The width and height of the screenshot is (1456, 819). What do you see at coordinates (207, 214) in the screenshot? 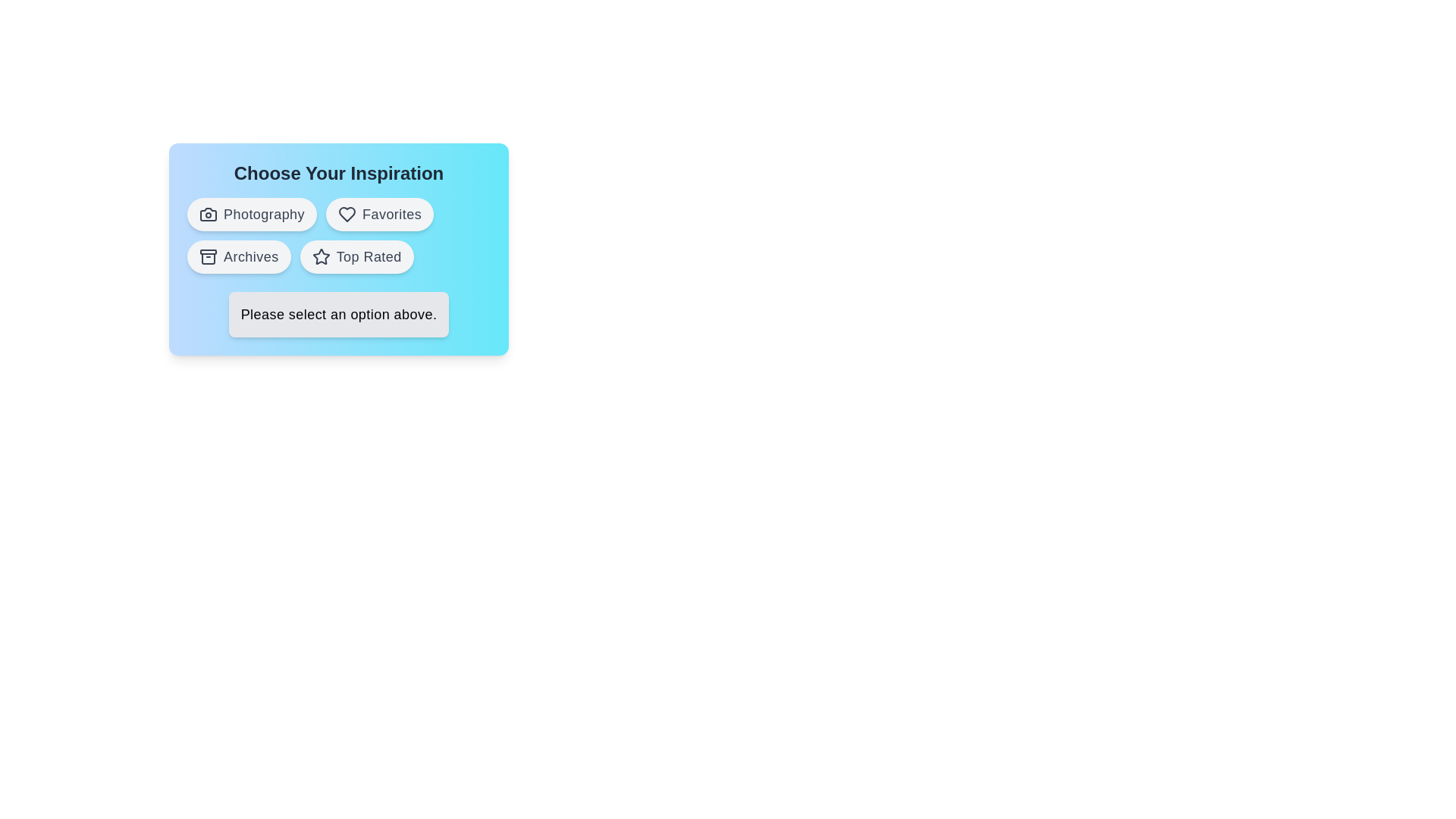
I see `the 'Photography' icon, which features a camera graphic located in the top-left option of the selection box` at bounding box center [207, 214].